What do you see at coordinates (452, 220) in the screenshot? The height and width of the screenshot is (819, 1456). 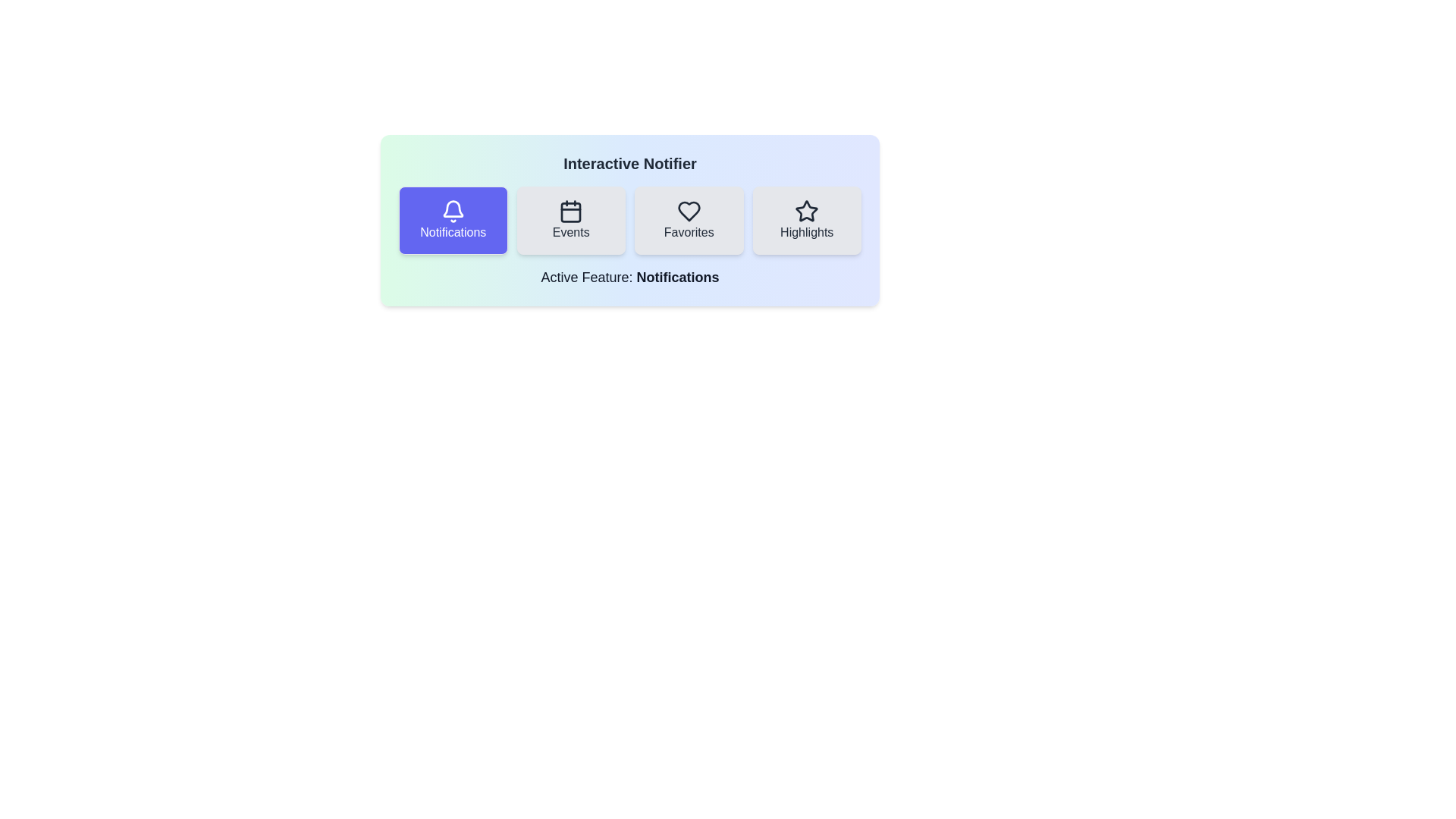 I see `the feature Notifications by clicking on its button` at bounding box center [452, 220].